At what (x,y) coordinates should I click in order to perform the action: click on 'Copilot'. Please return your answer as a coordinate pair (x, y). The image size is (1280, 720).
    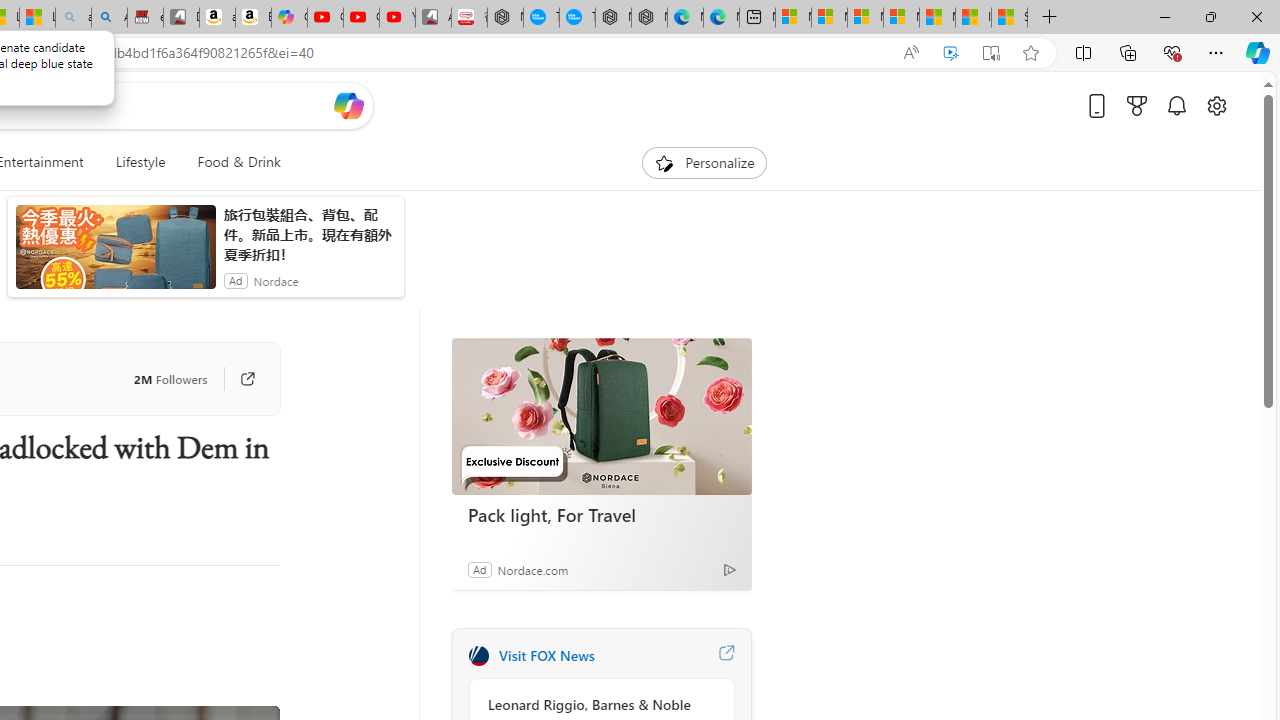
    Looking at the image, I should click on (288, 17).